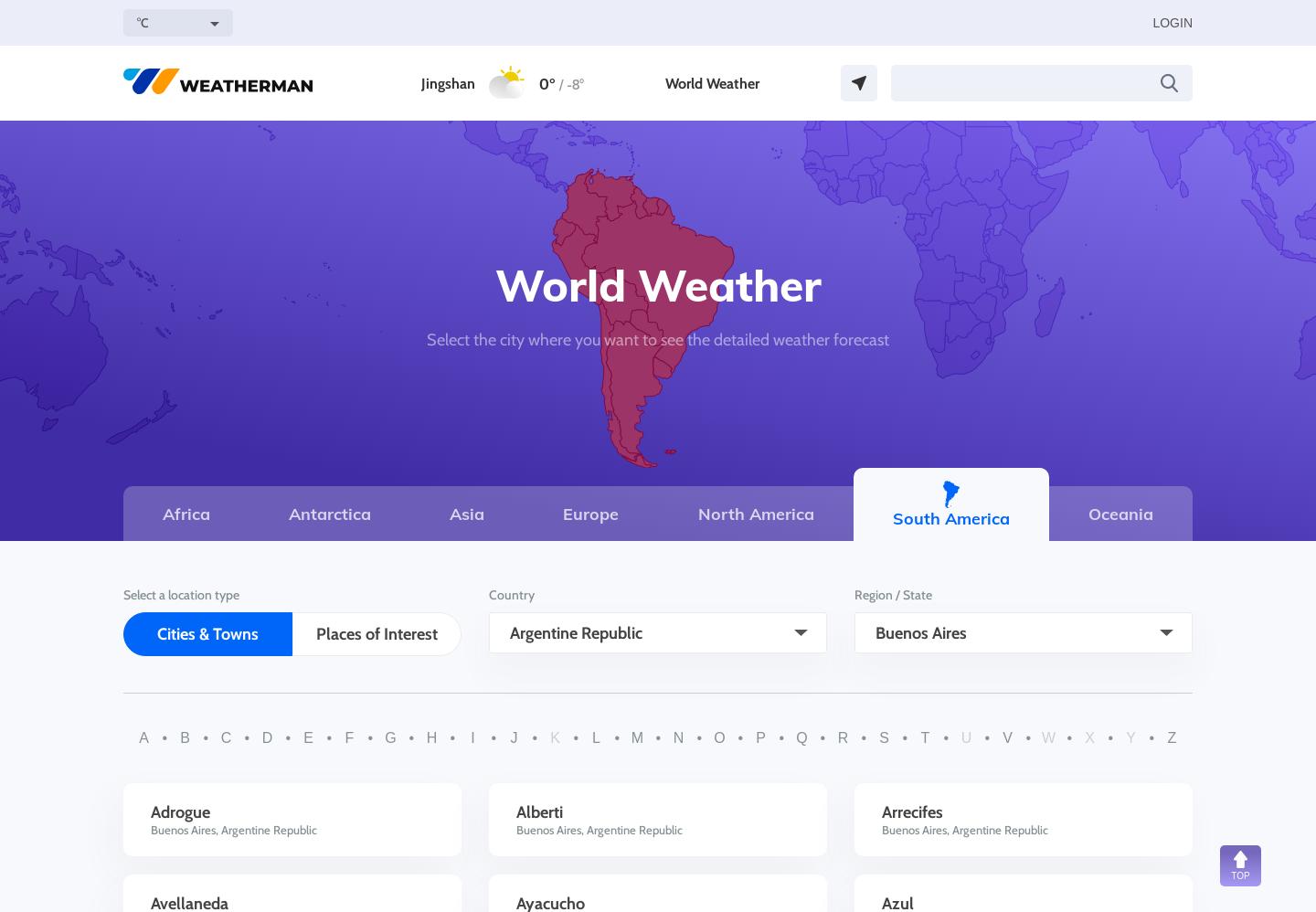 The width and height of the screenshot is (1316, 912). What do you see at coordinates (1239, 874) in the screenshot?
I see `'TOP'` at bounding box center [1239, 874].